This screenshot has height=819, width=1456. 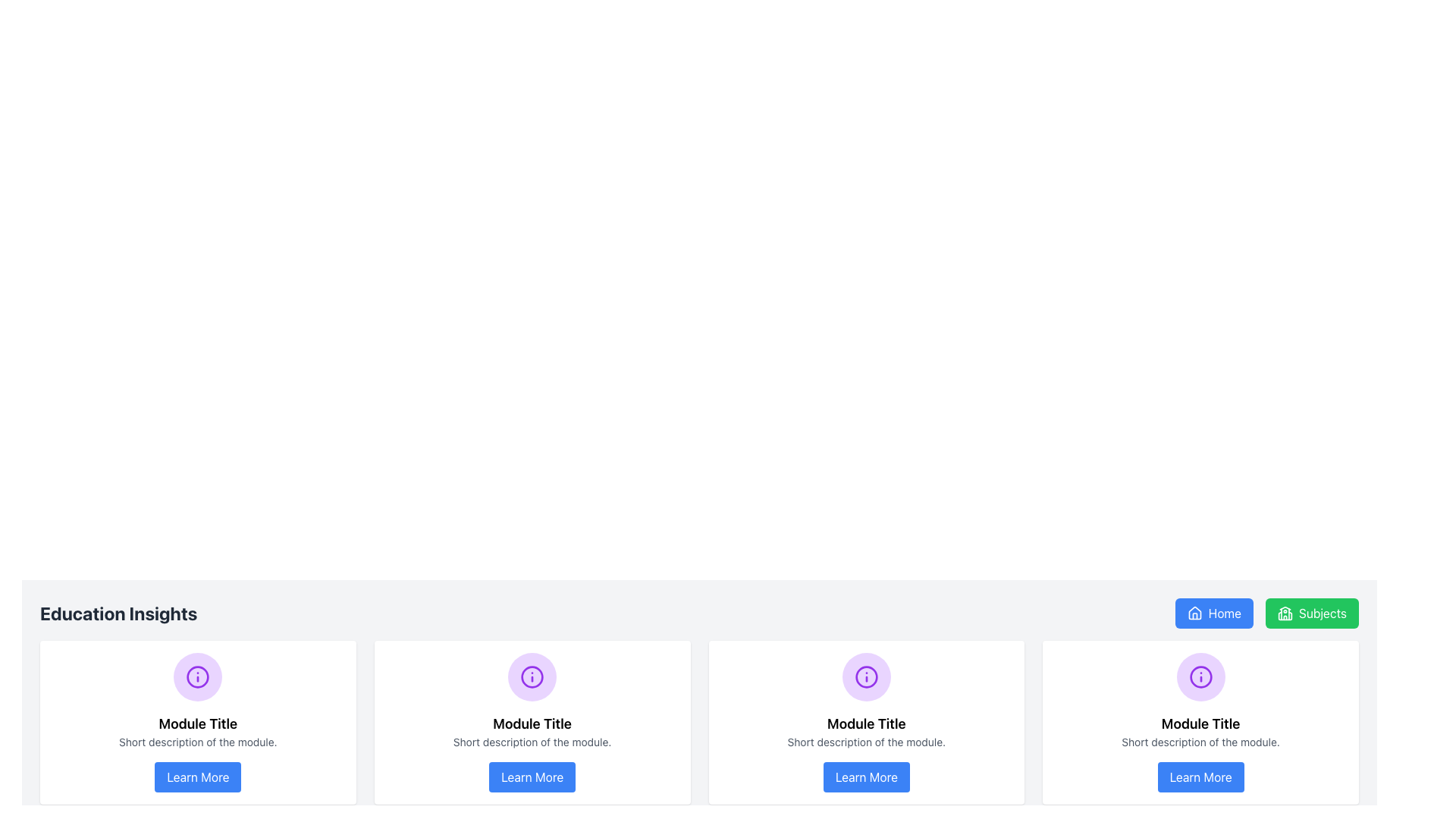 I want to click on the 'Home' button icon located on the right-hand side of the top navigation bar, so click(x=1194, y=613).